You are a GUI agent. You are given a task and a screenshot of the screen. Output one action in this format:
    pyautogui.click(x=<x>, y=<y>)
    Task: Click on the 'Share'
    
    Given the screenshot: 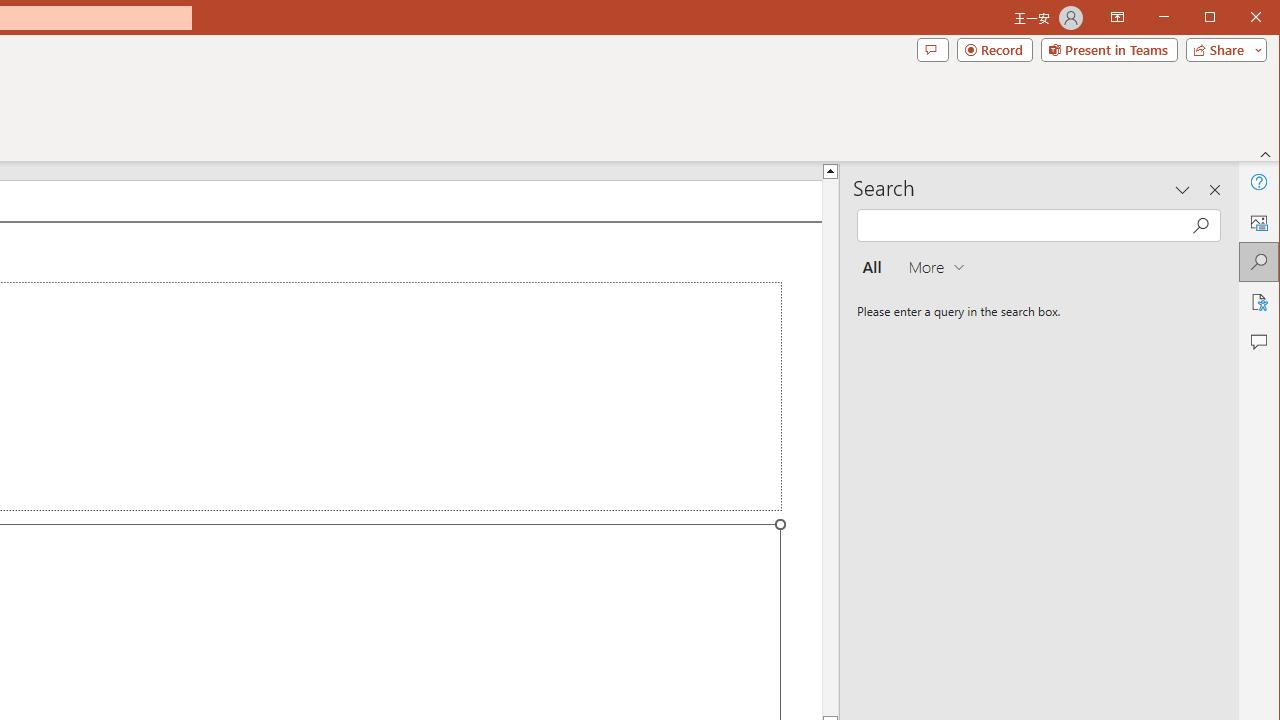 What is the action you would take?
    pyautogui.click(x=1221, y=49)
    